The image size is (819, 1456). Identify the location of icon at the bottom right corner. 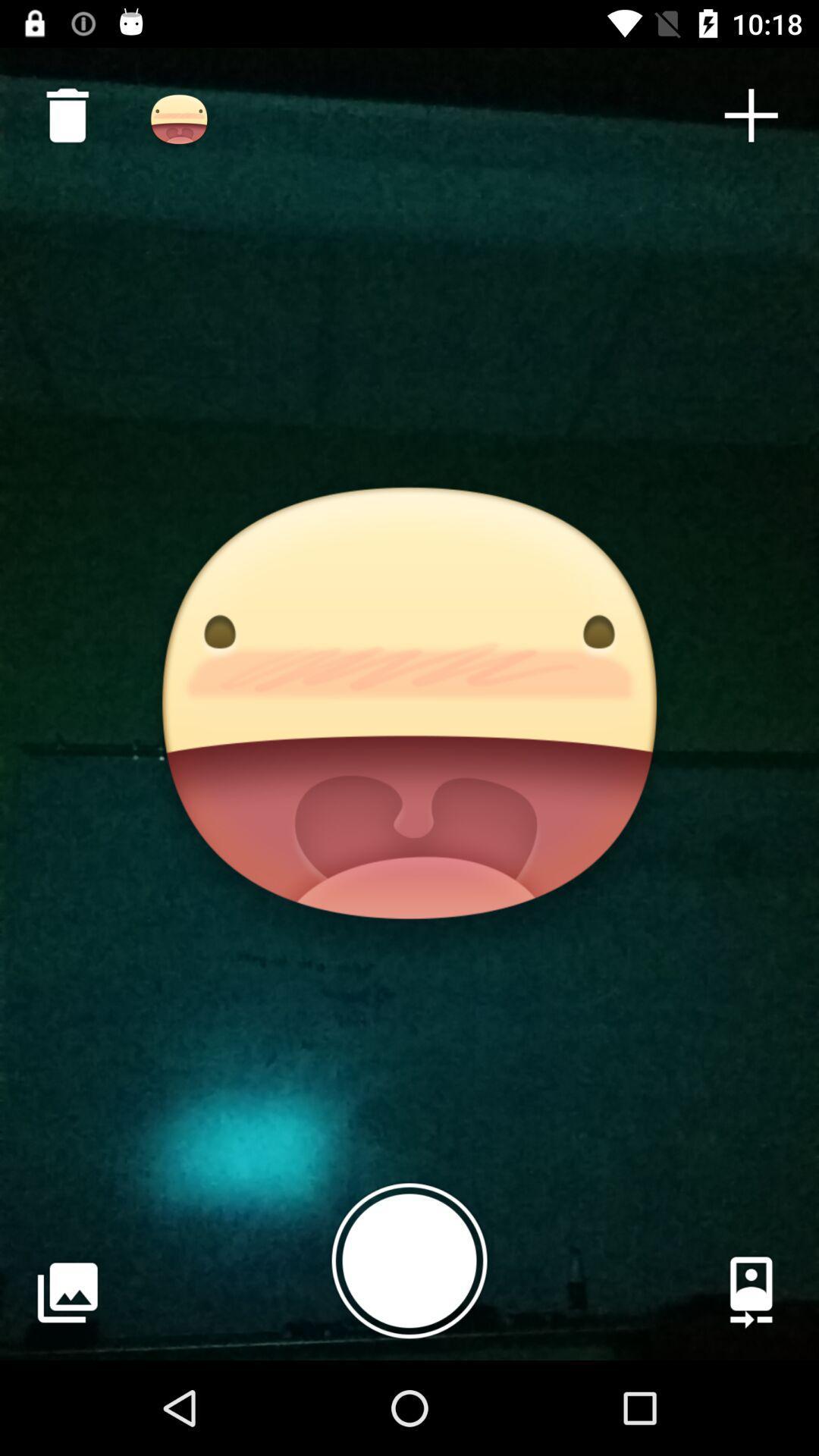
(751, 1291).